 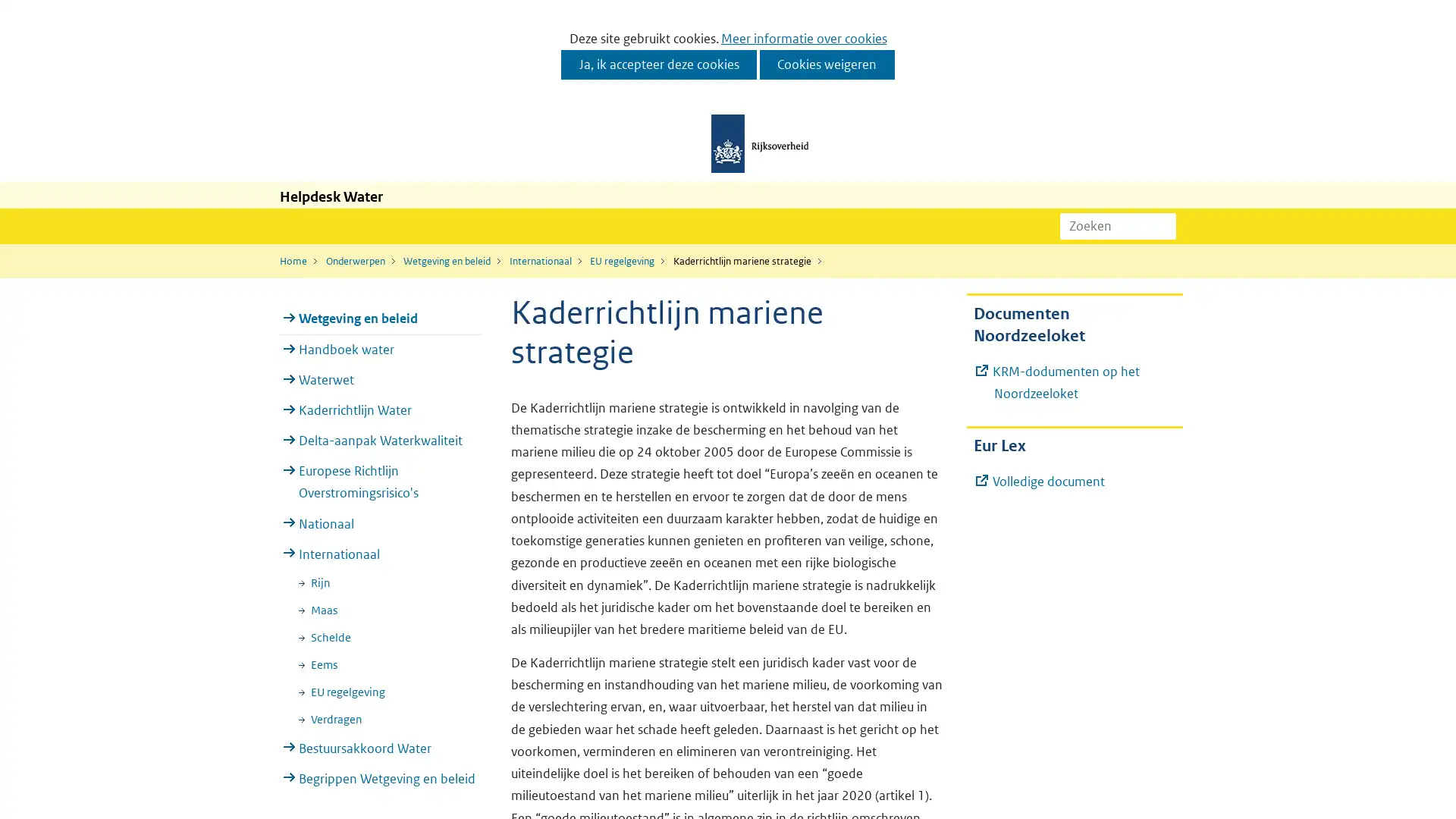 What do you see at coordinates (826, 64) in the screenshot?
I see `Cookies weigeren` at bounding box center [826, 64].